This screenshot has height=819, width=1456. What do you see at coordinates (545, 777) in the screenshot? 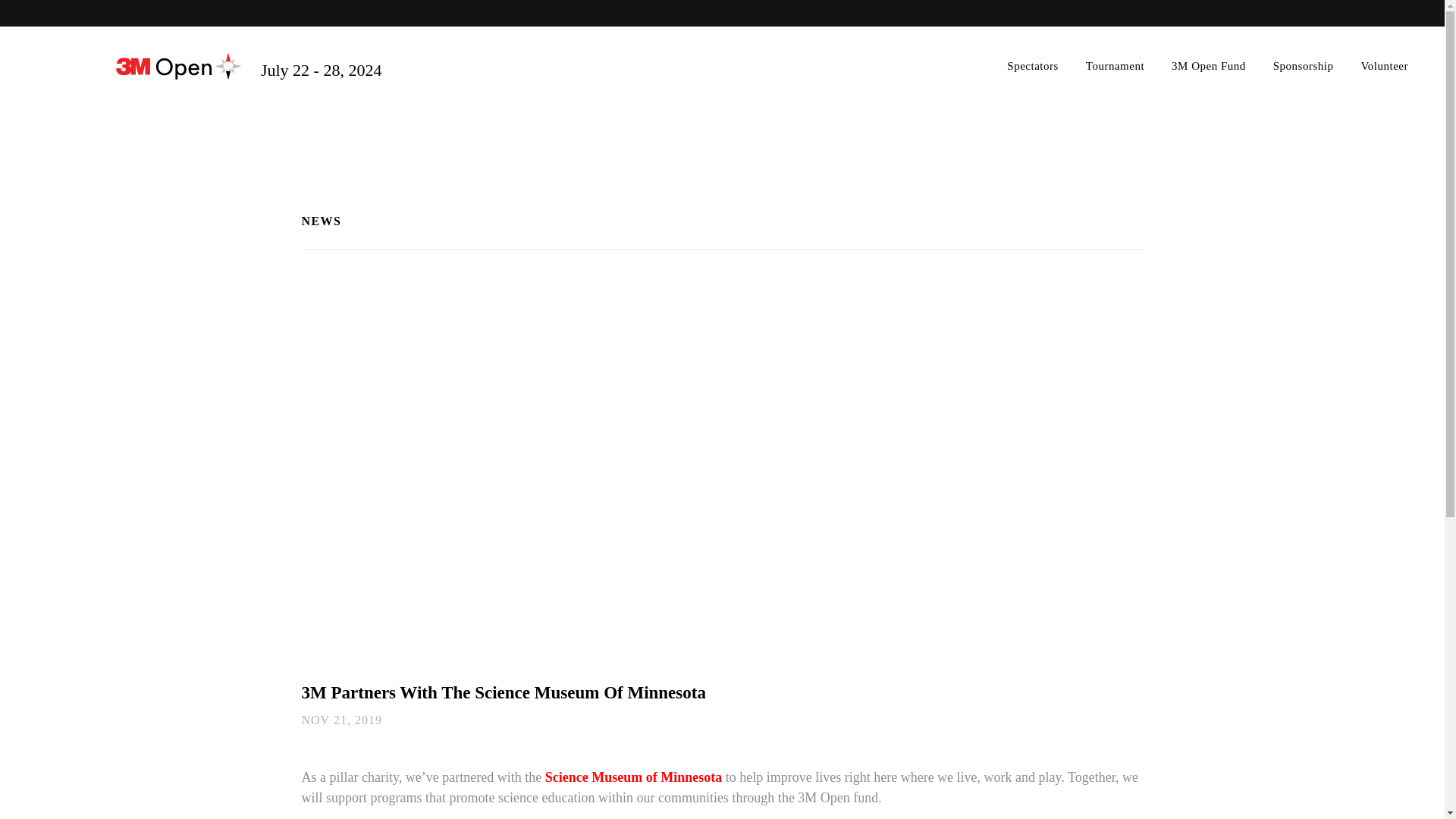
I see `'Science Museum of Minnesota'` at bounding box center [545, 777].